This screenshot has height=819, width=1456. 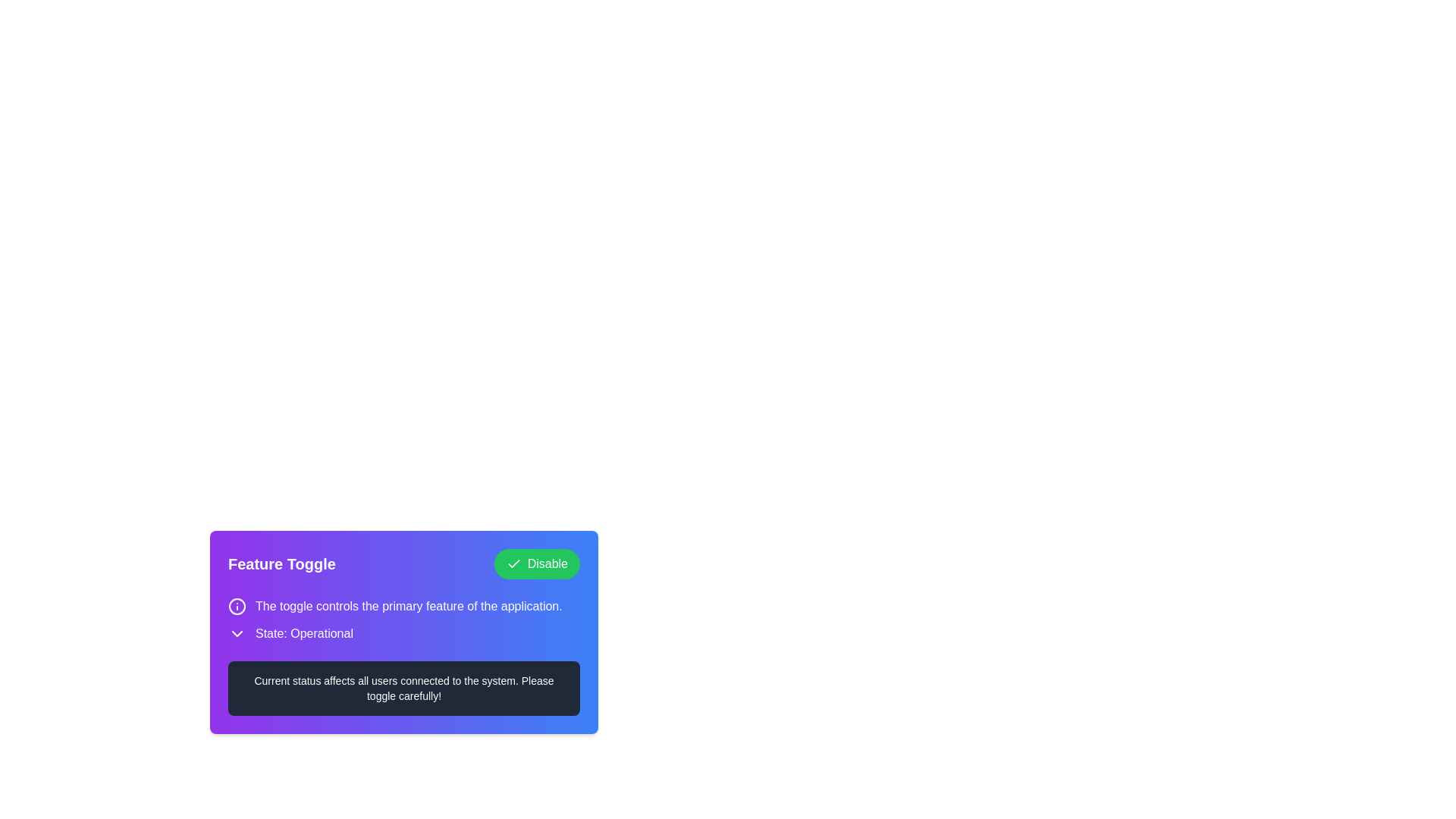 What do you see at coordinates (236, 605) in the screenshot?
I see `the circular icon with a purple background and white outline that is located to the left of the text stating 'The toggle controls the primary feature of the application.'` at bounding box center [236, 605].